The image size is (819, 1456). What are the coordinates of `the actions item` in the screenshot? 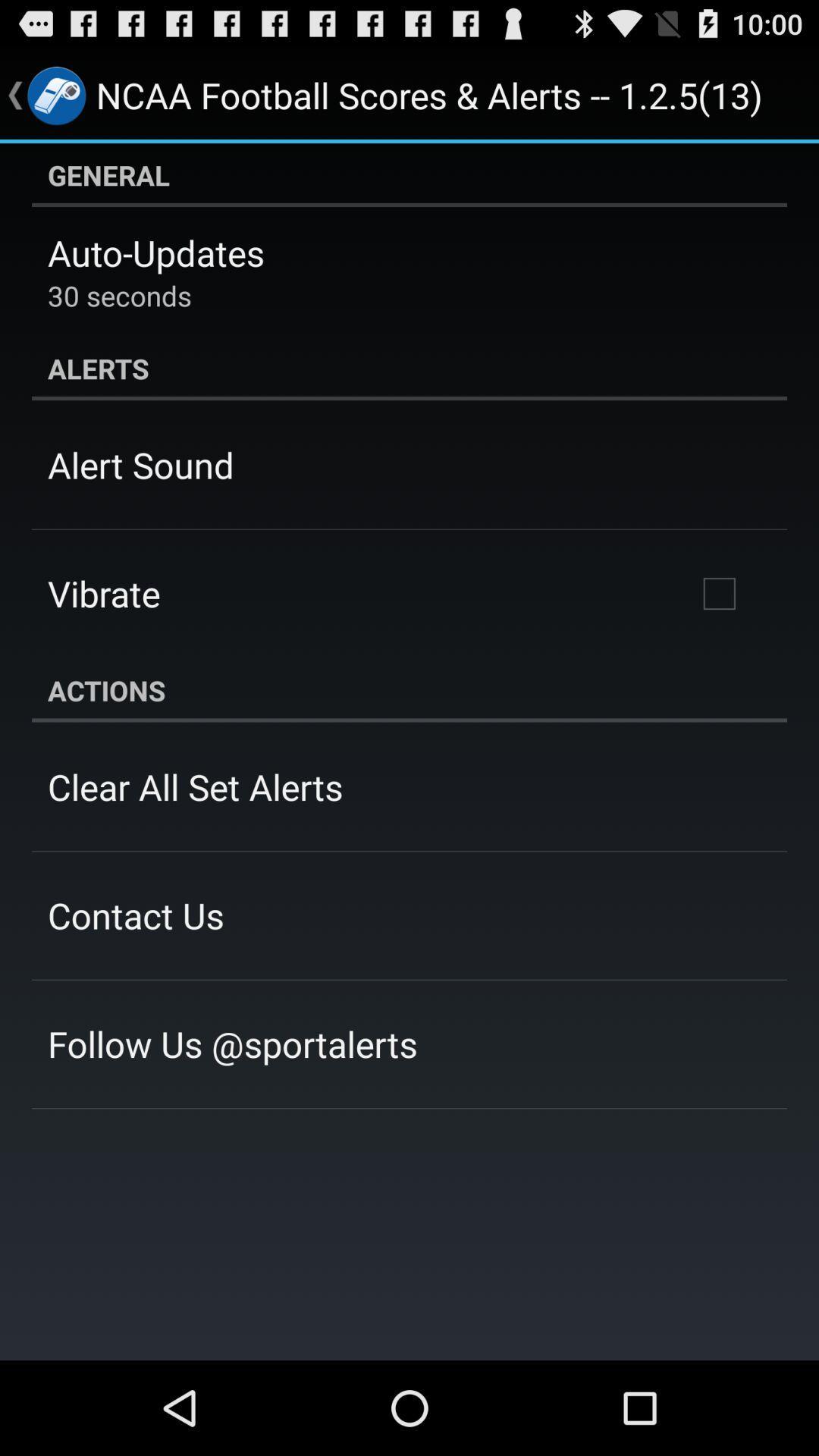 It's located at (409, 689).